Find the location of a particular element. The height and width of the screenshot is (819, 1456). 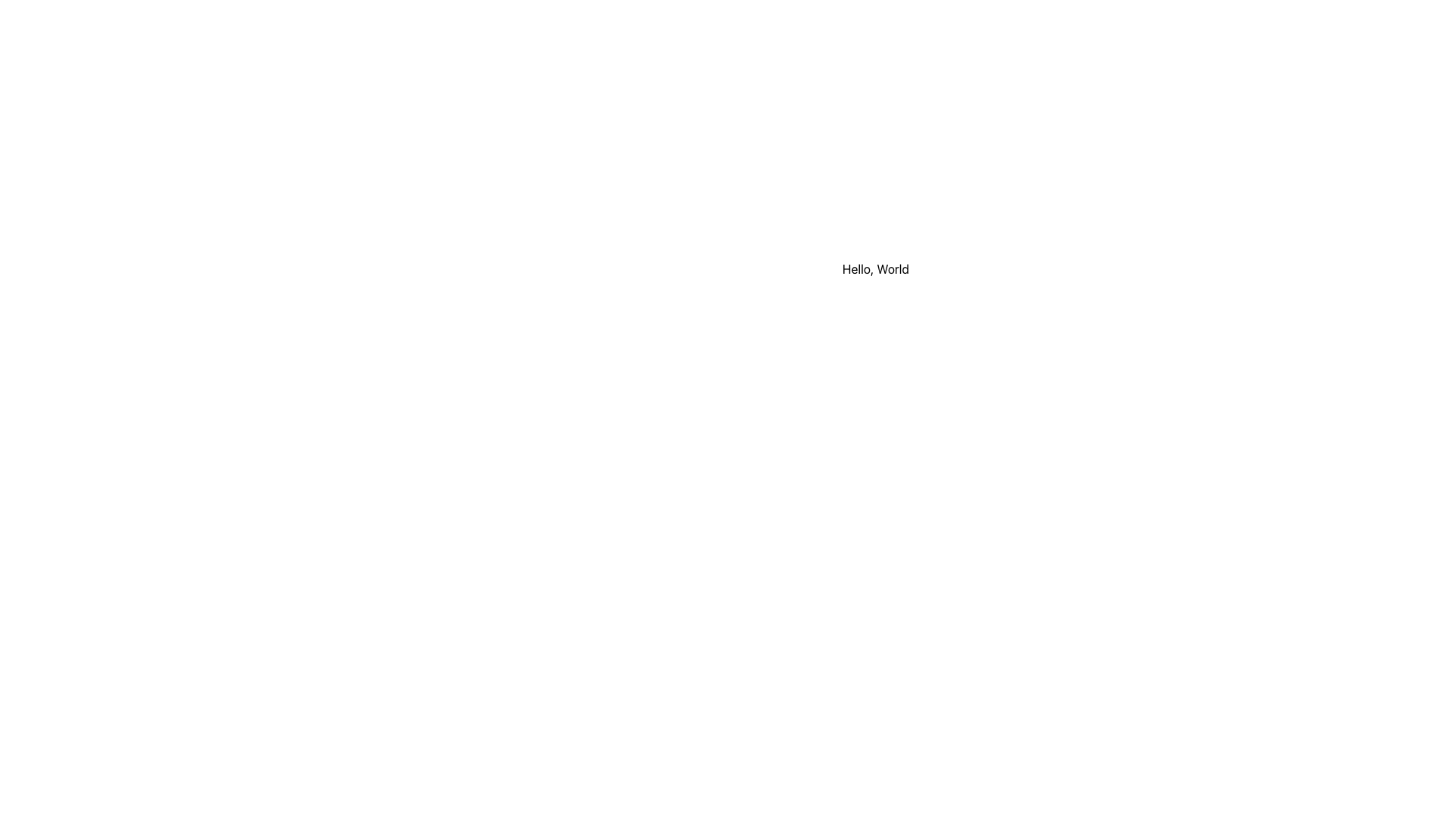

the static text label displaying 'Hello, World' to read the text is located at coordinates (876, 268).